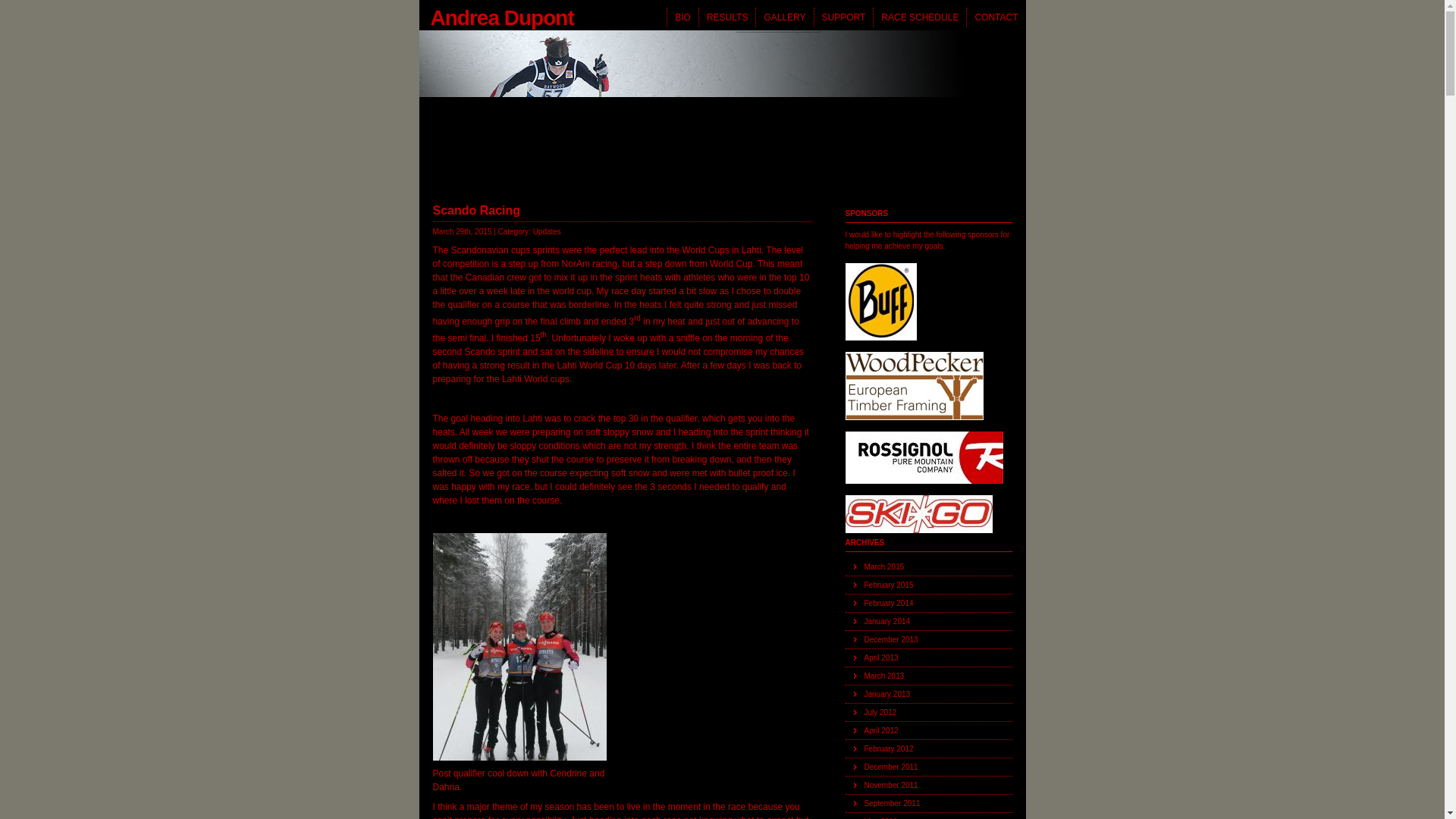 The width and height of the screenshot is (1456, 819). I want to click on 'GALLERY', so click(783, 17).